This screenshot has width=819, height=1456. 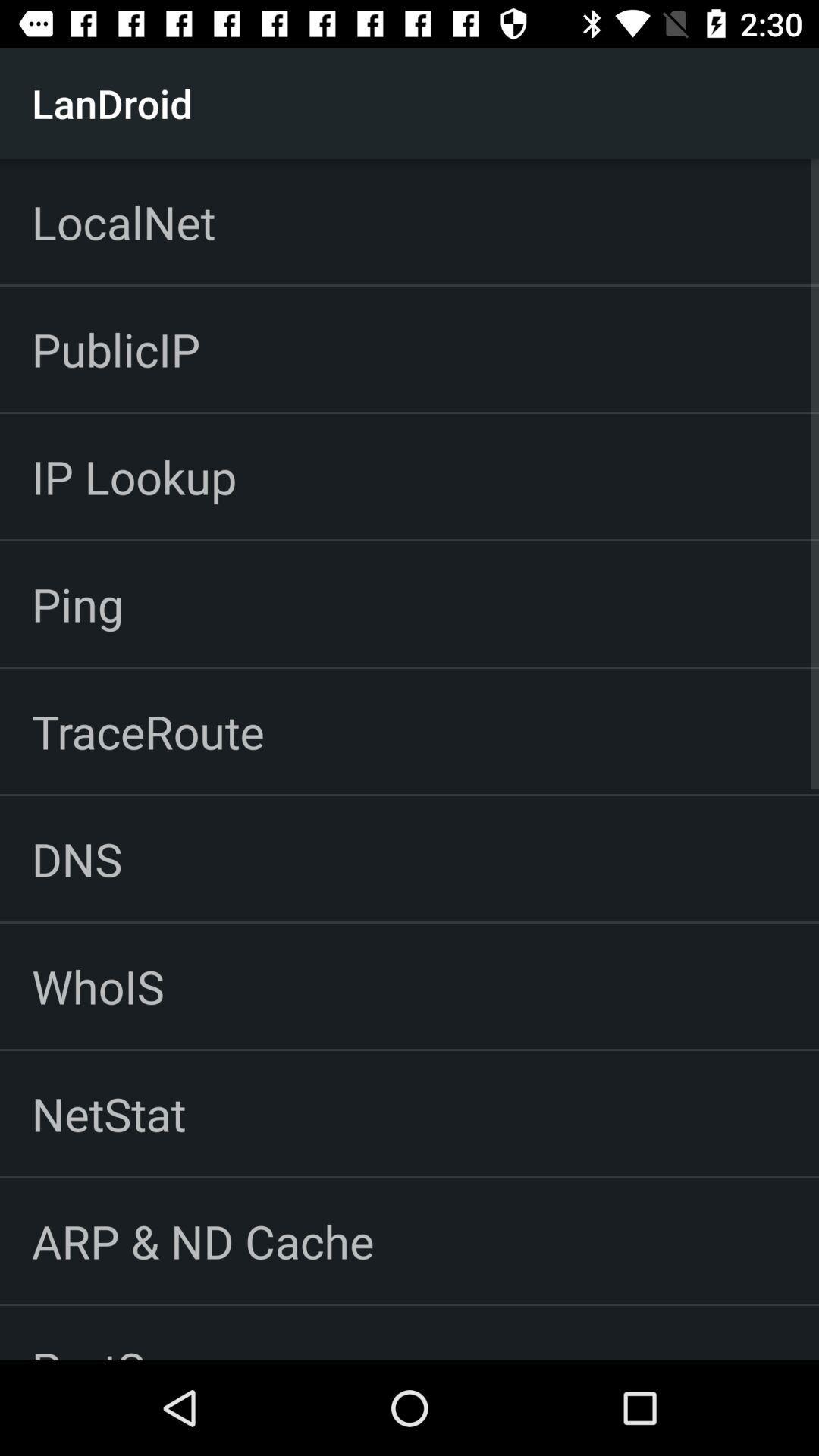 I want to click on the icon below the netstat item, so click(x=202, y=1241).